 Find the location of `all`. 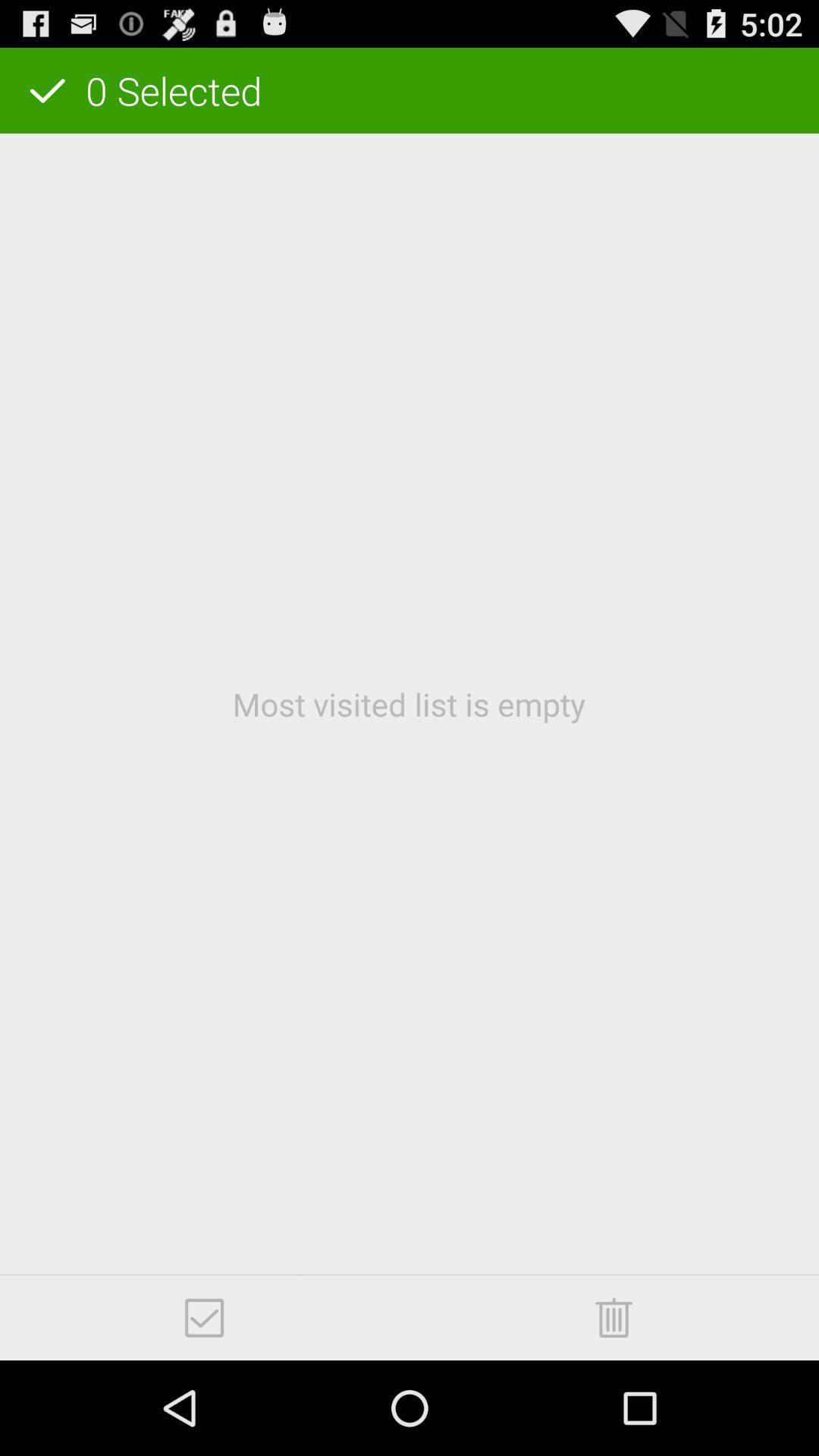

all is located at coordinates (203, 1317).